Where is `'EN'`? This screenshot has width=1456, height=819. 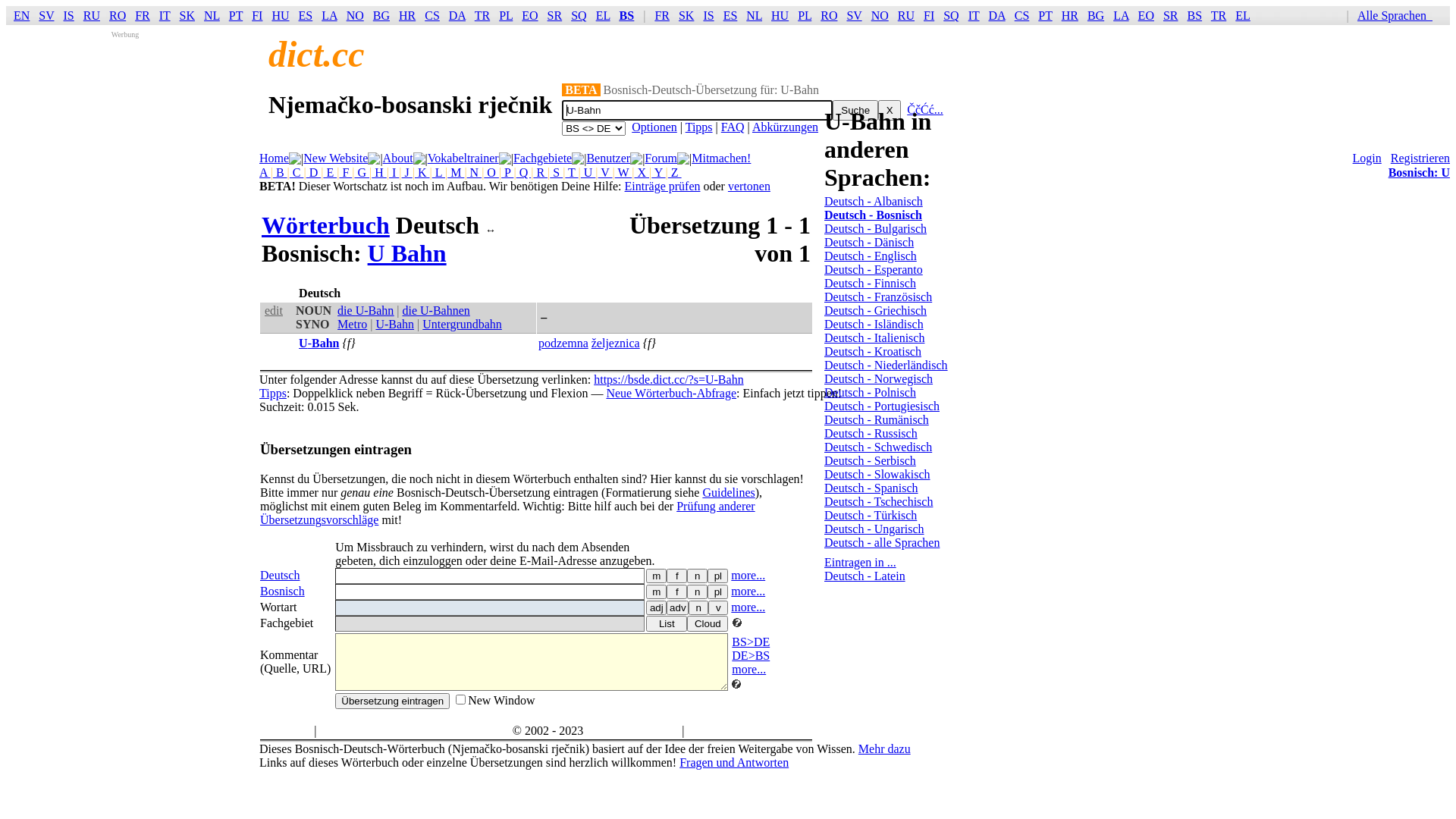
'EN' is located at coordinates (21, 15).